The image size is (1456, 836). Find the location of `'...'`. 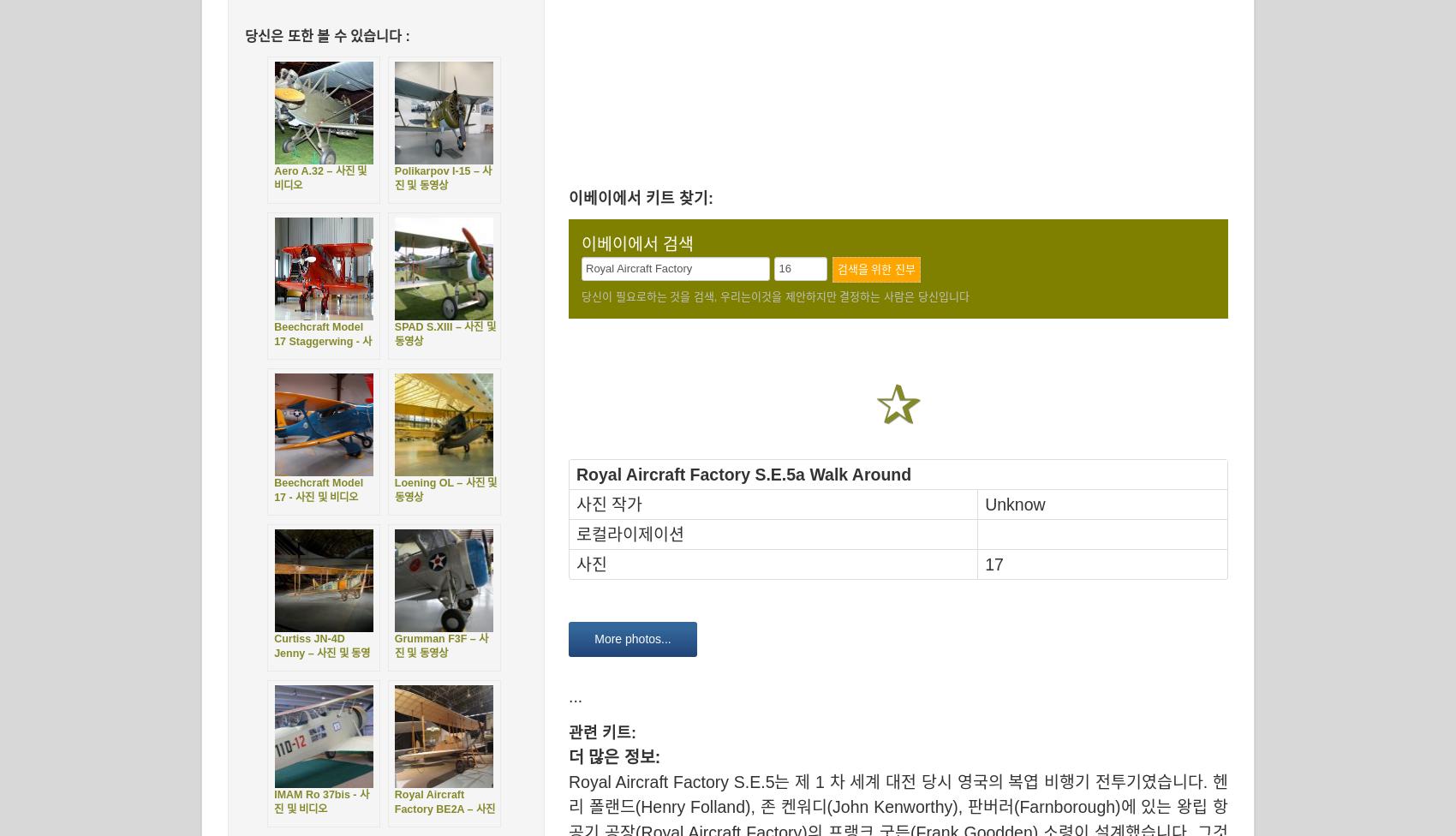

'...' is located at coordinates (576, 696).